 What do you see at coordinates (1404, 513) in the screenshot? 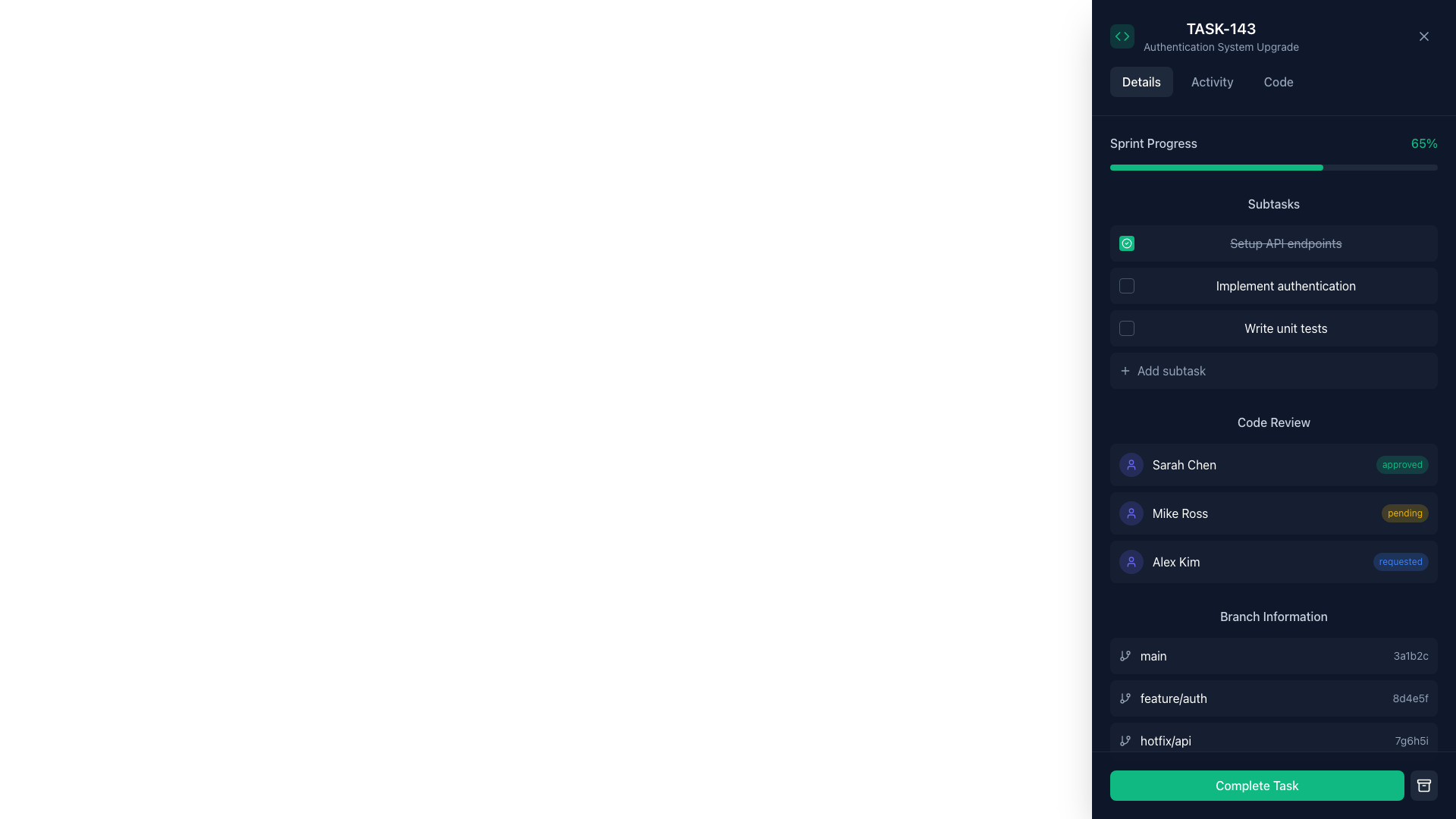
I see `the 'pending' badge, which is a small rectangular element with rounded corners located to the right of 'Mike Ross' in the 'Code Review' section` at bounding box center [1404, 513].